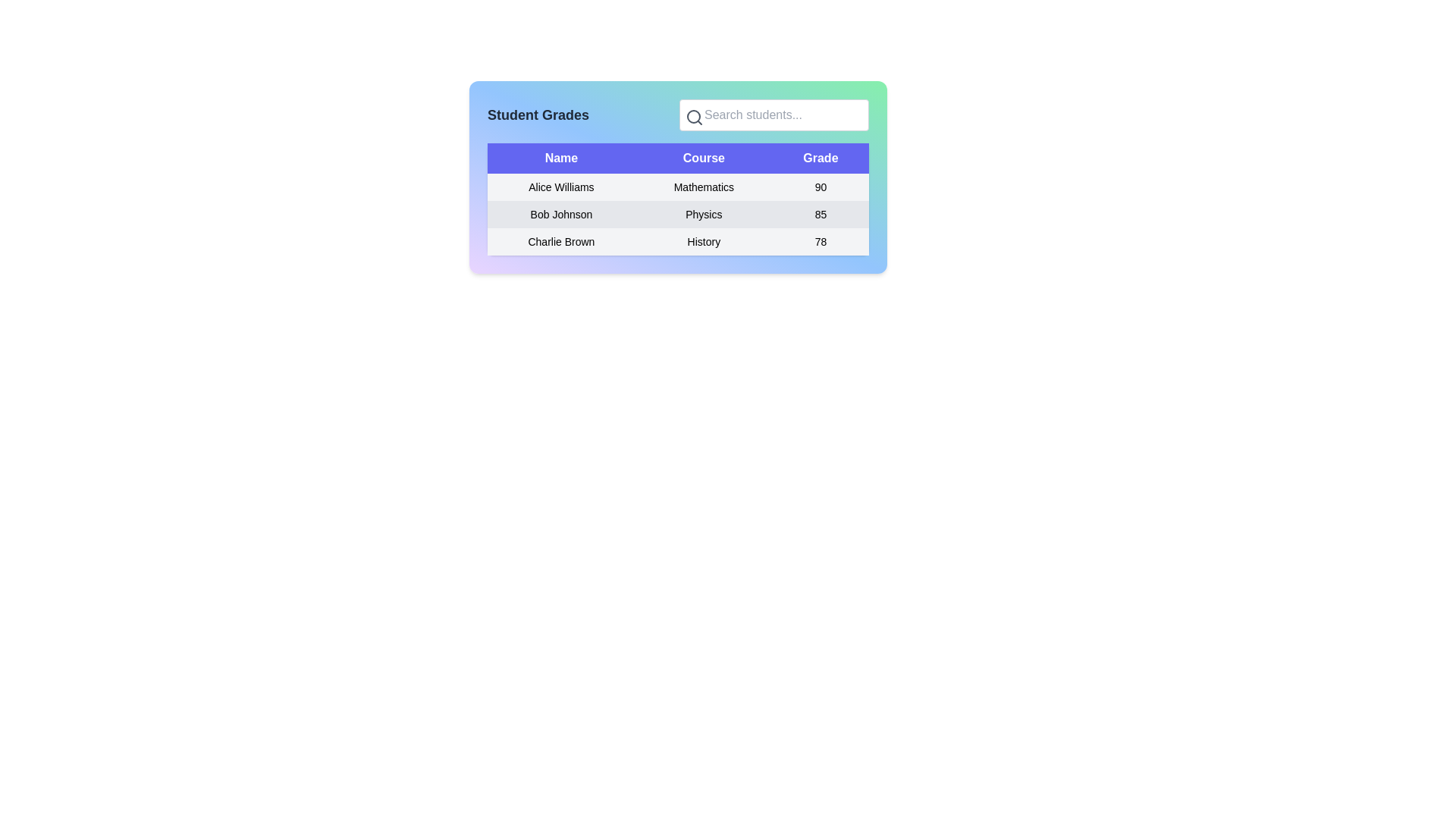 The height and width of the screenshot is (819, 1456). Describe the element at coordinates (677, 241) in the screenshot. I see `the cells of the third row in the student information table, which displays details about the student, their course, and grade` at that location.